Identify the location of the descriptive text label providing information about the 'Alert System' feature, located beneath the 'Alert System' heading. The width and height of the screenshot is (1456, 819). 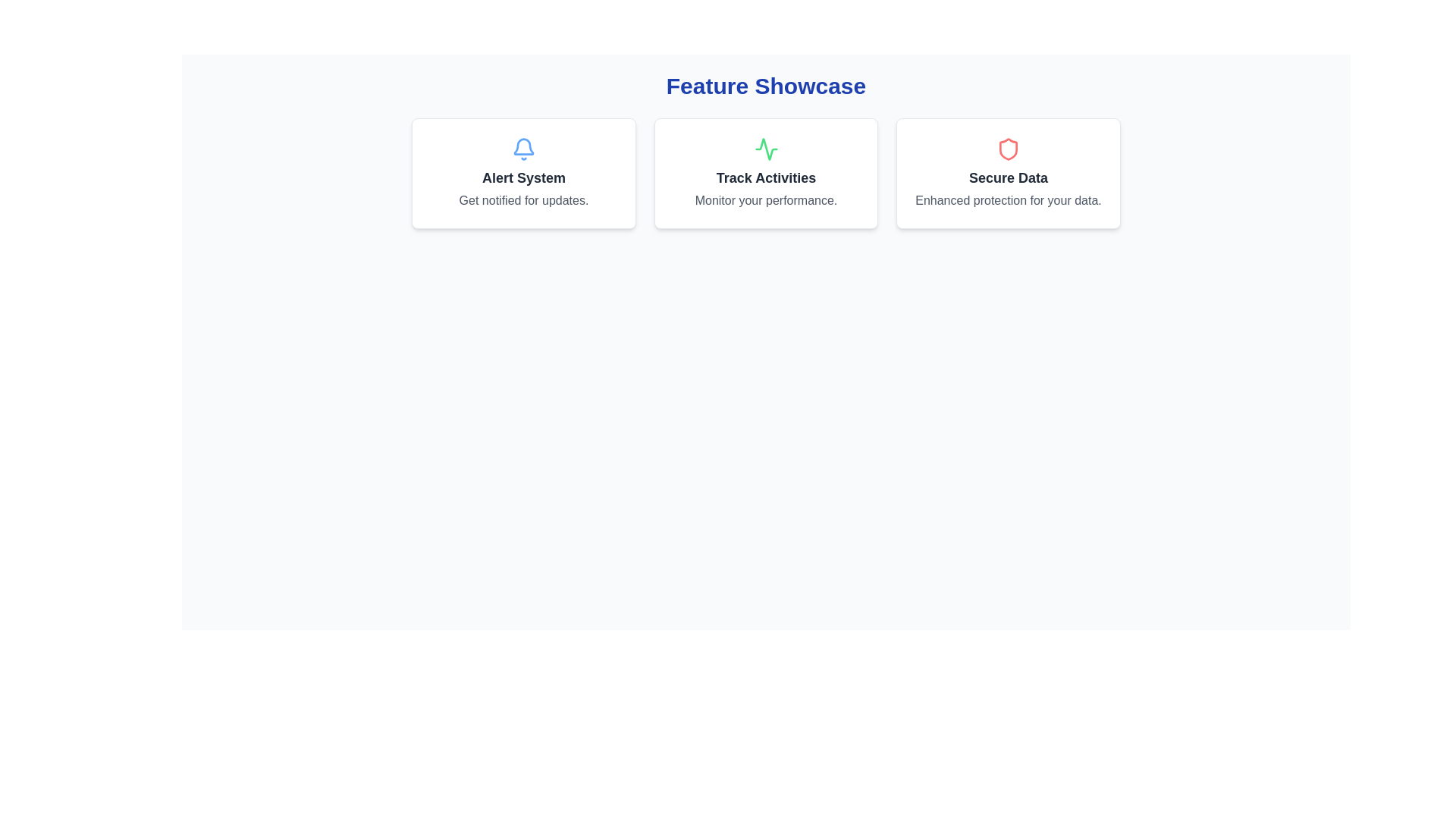
(524, 200).